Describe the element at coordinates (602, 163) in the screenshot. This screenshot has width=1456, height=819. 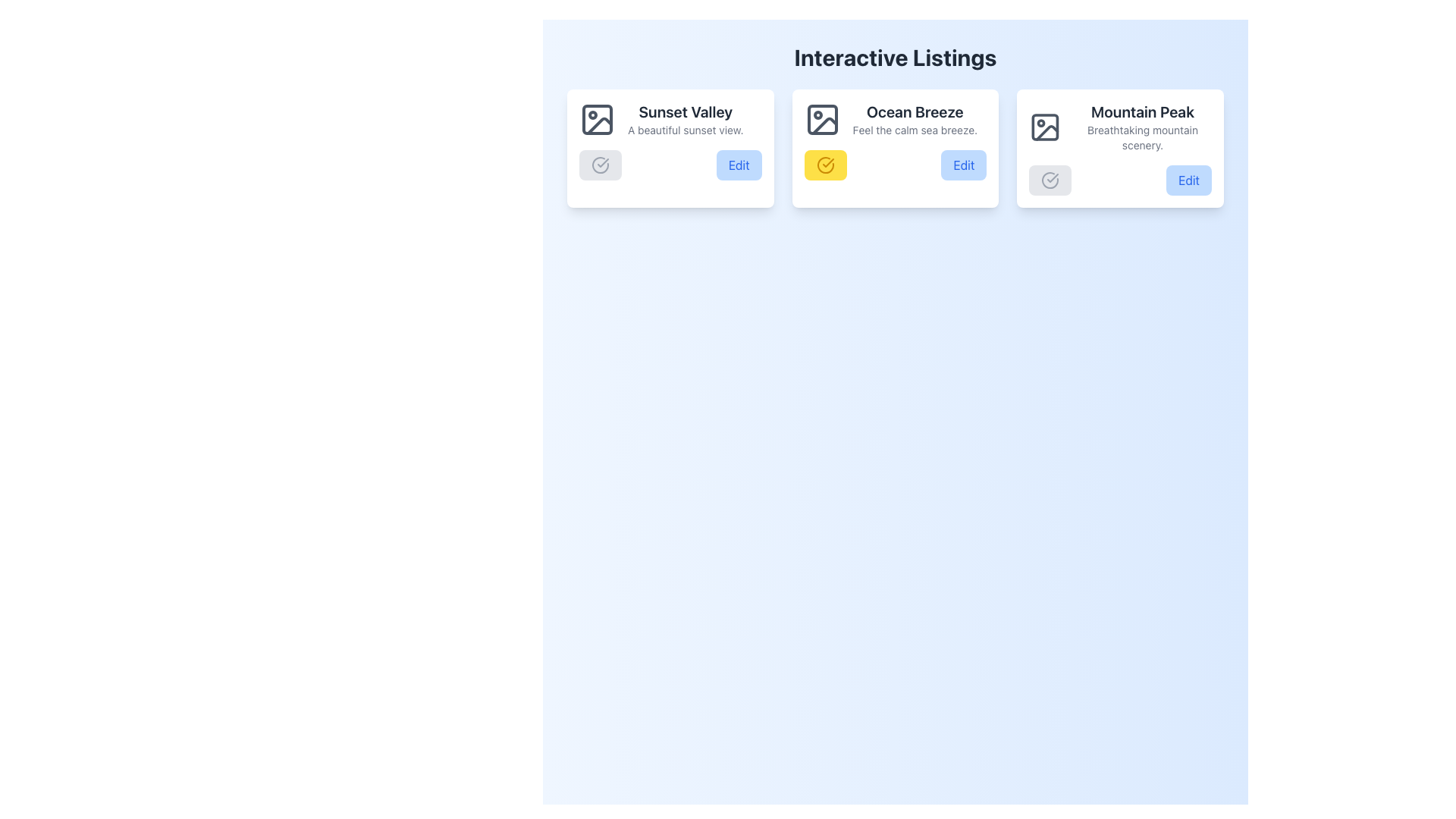
I see `the monochrome checkmark icon within the yellow circular outline located in the second card of the horizontally arranged card list titled 'Ocean Breeze'` at that location.